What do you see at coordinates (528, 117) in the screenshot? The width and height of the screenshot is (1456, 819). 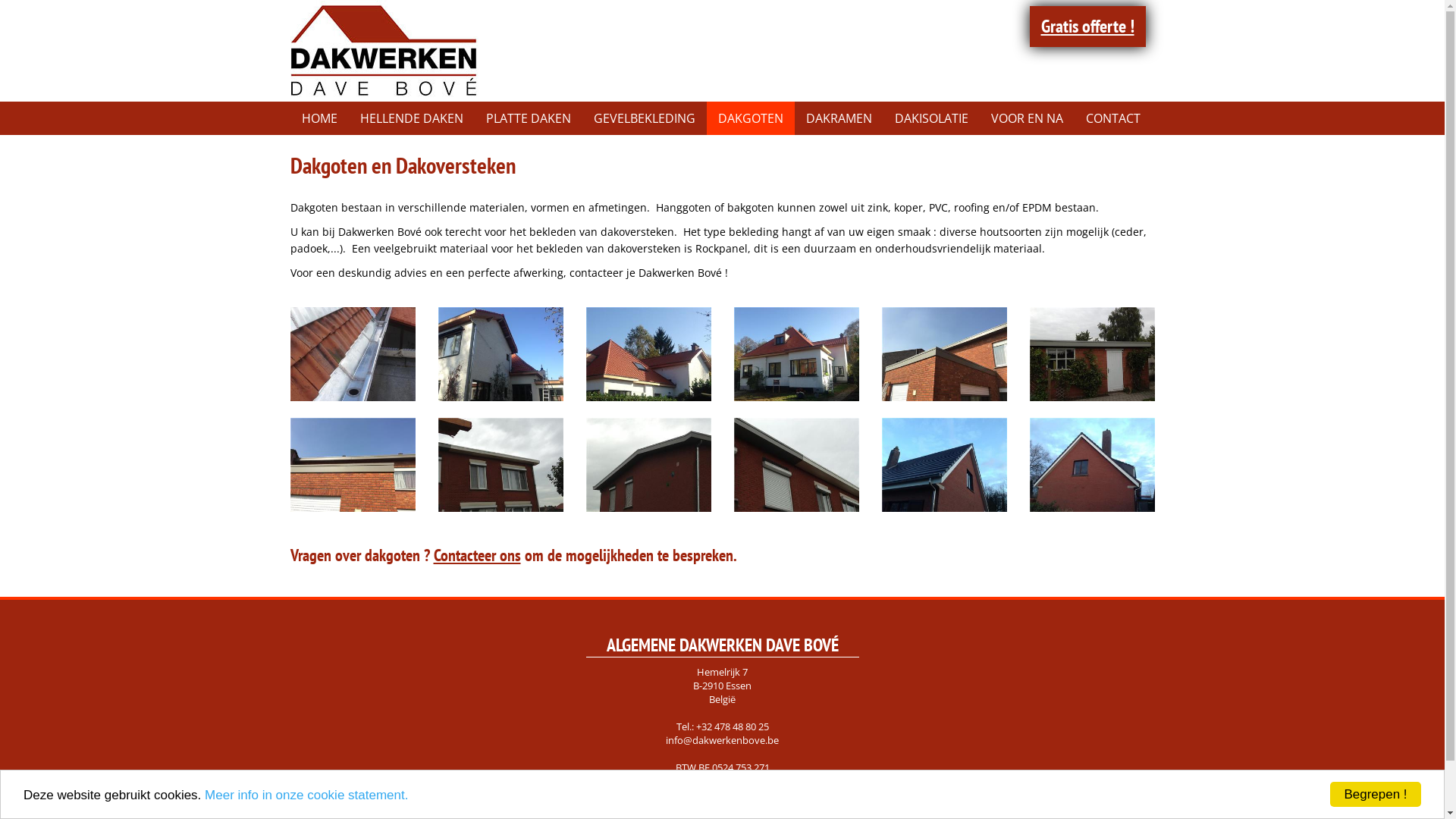 I see `'PLATTE DAKEN'` at bounding box center [528, 117].